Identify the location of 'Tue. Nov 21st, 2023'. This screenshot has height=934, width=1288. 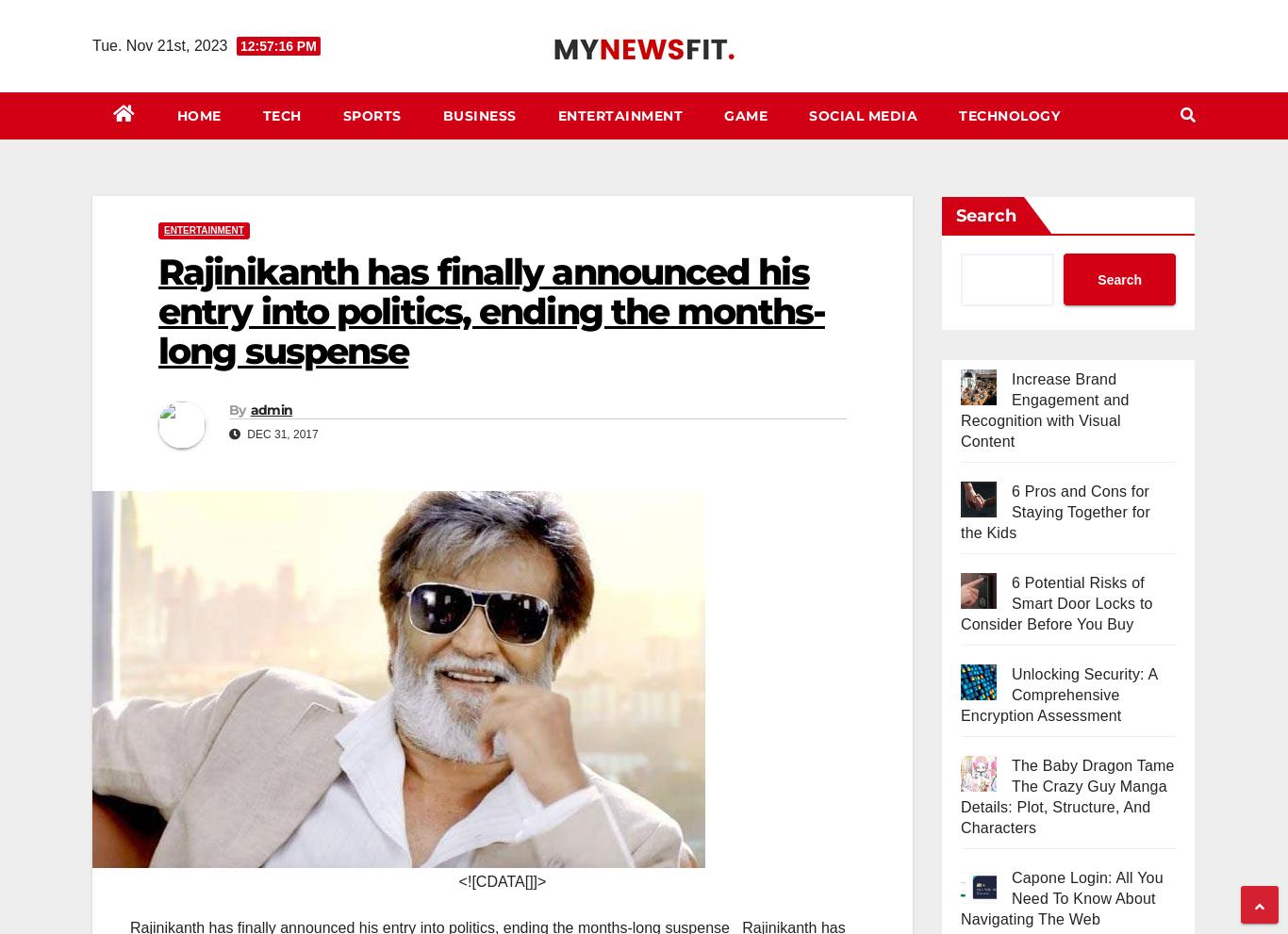
(91, 44).